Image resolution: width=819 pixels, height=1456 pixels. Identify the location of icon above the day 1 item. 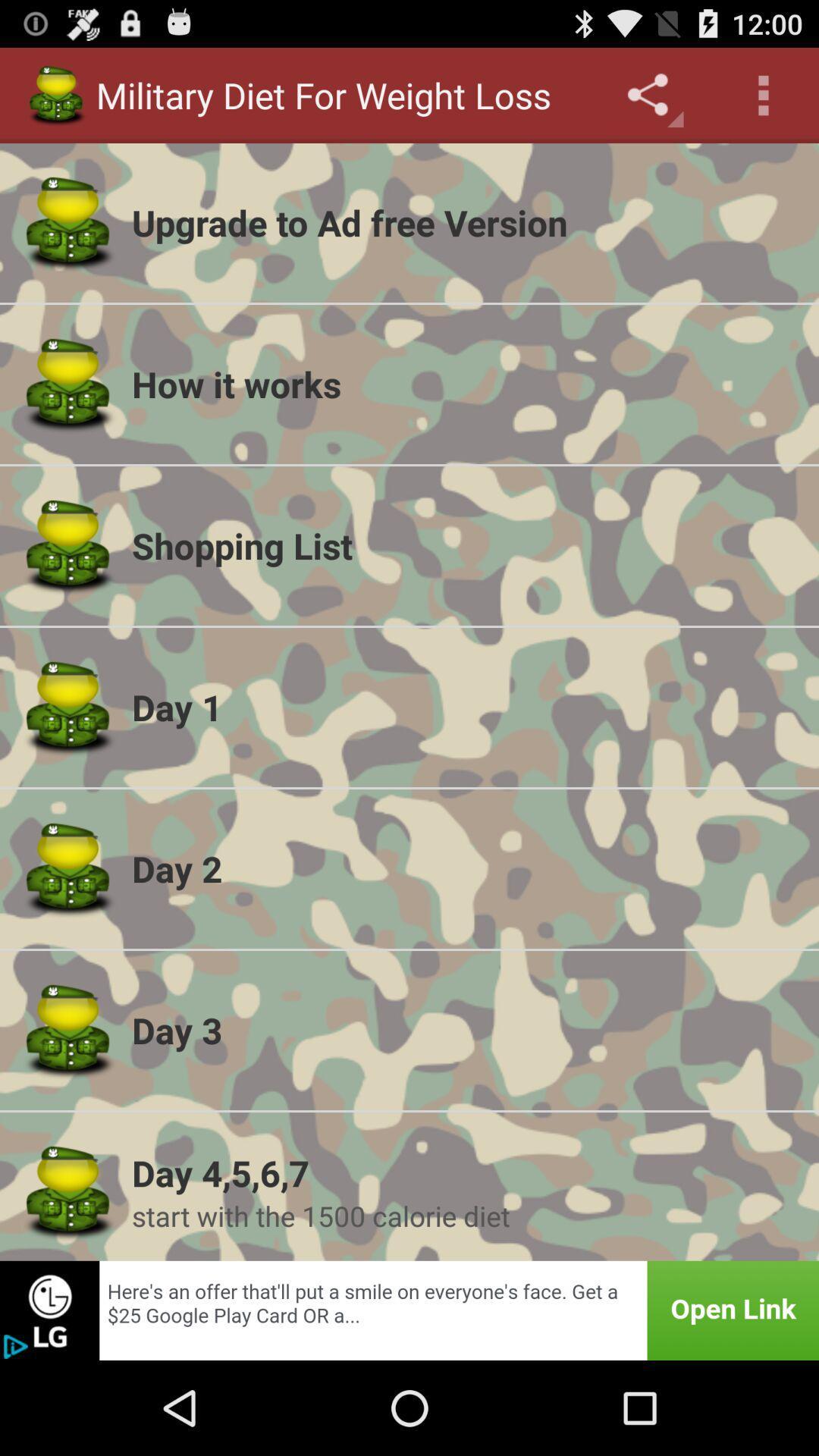
(465, 545).